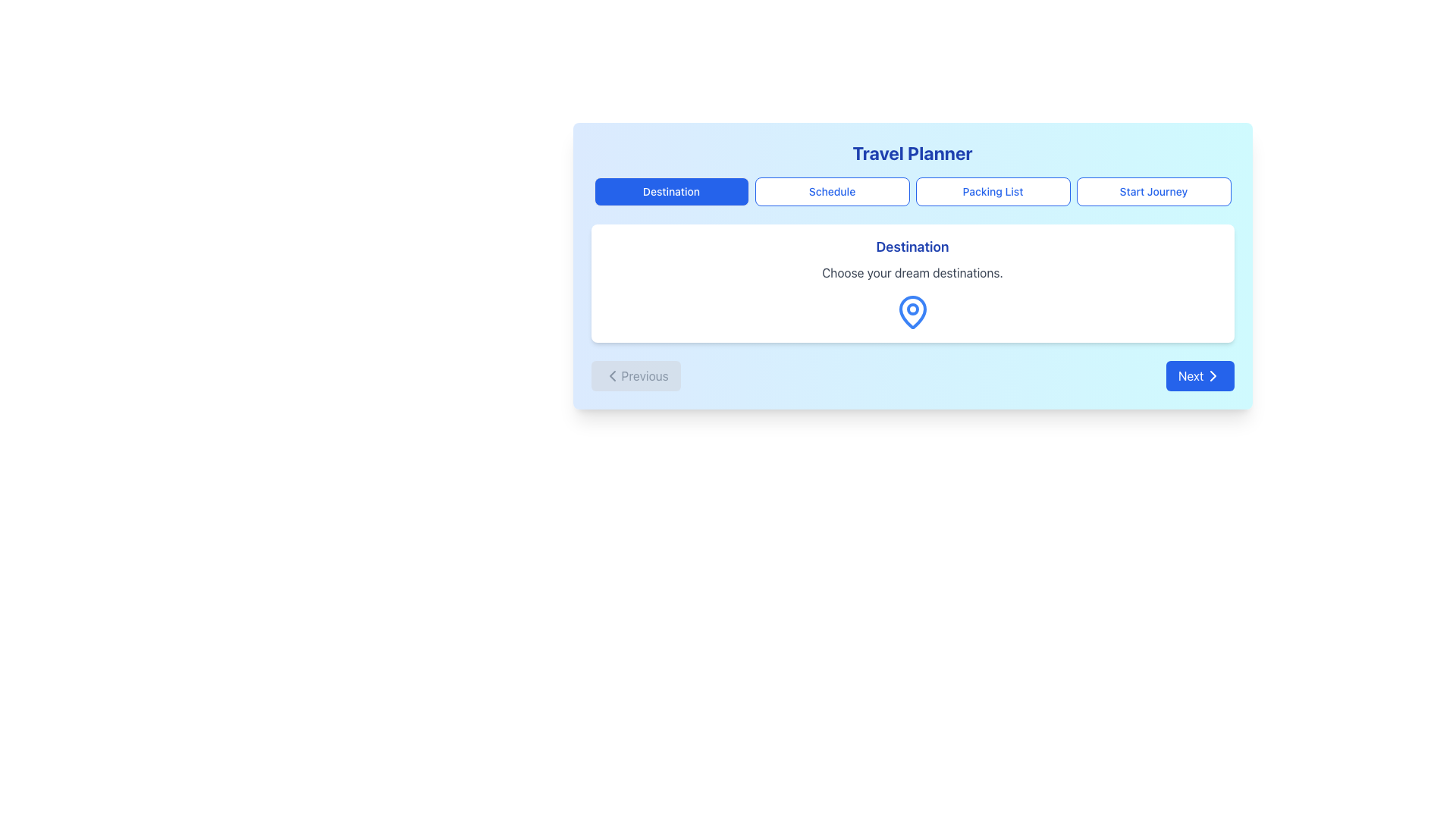 The height and width of the screenshot is (819, 1456). I want to click on the 'Schedule' button in the blue-themed 'Travel Planner' interface, so click(831, 191).